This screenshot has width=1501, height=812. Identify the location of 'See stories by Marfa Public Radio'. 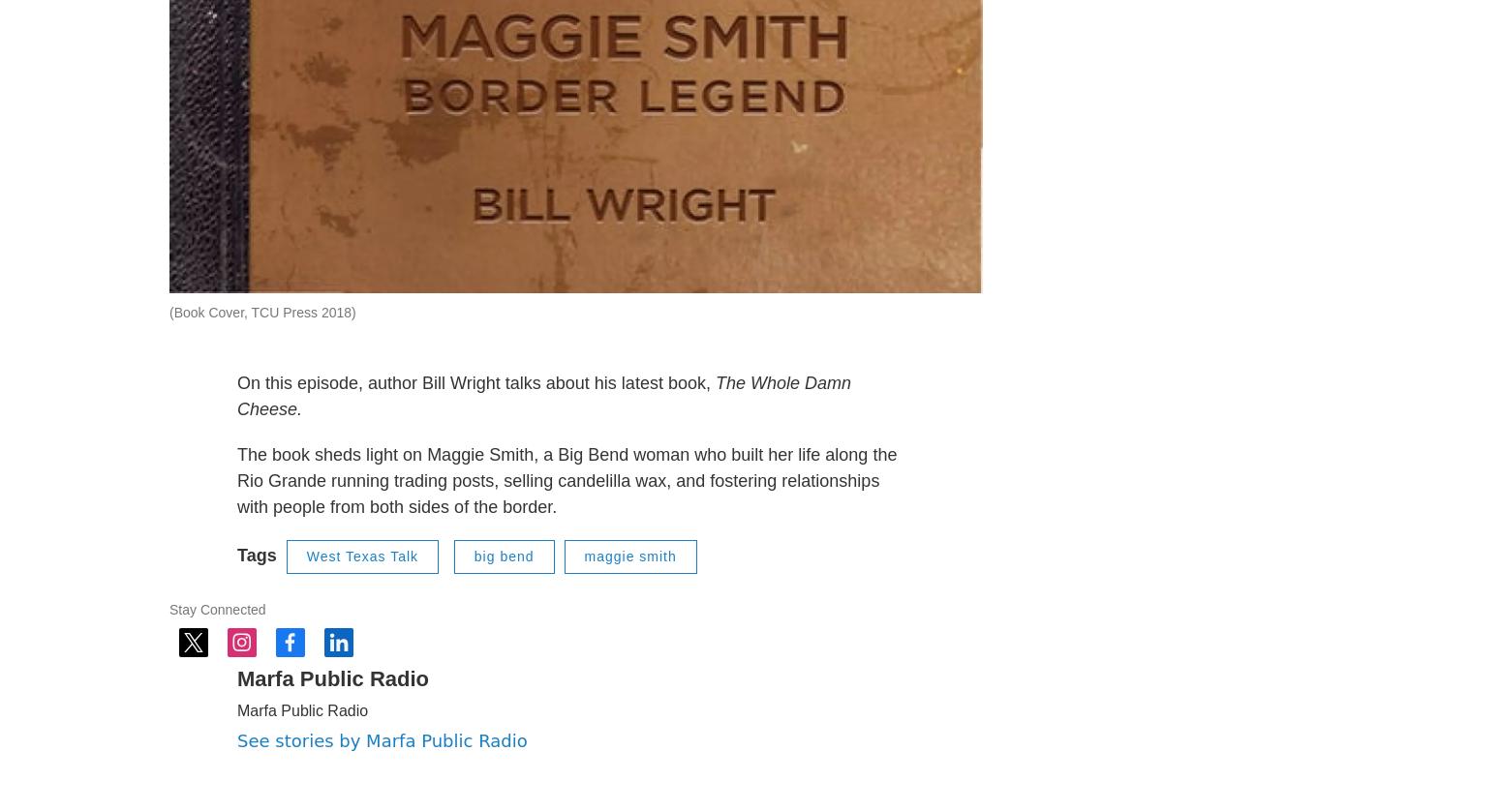
(382, 787).